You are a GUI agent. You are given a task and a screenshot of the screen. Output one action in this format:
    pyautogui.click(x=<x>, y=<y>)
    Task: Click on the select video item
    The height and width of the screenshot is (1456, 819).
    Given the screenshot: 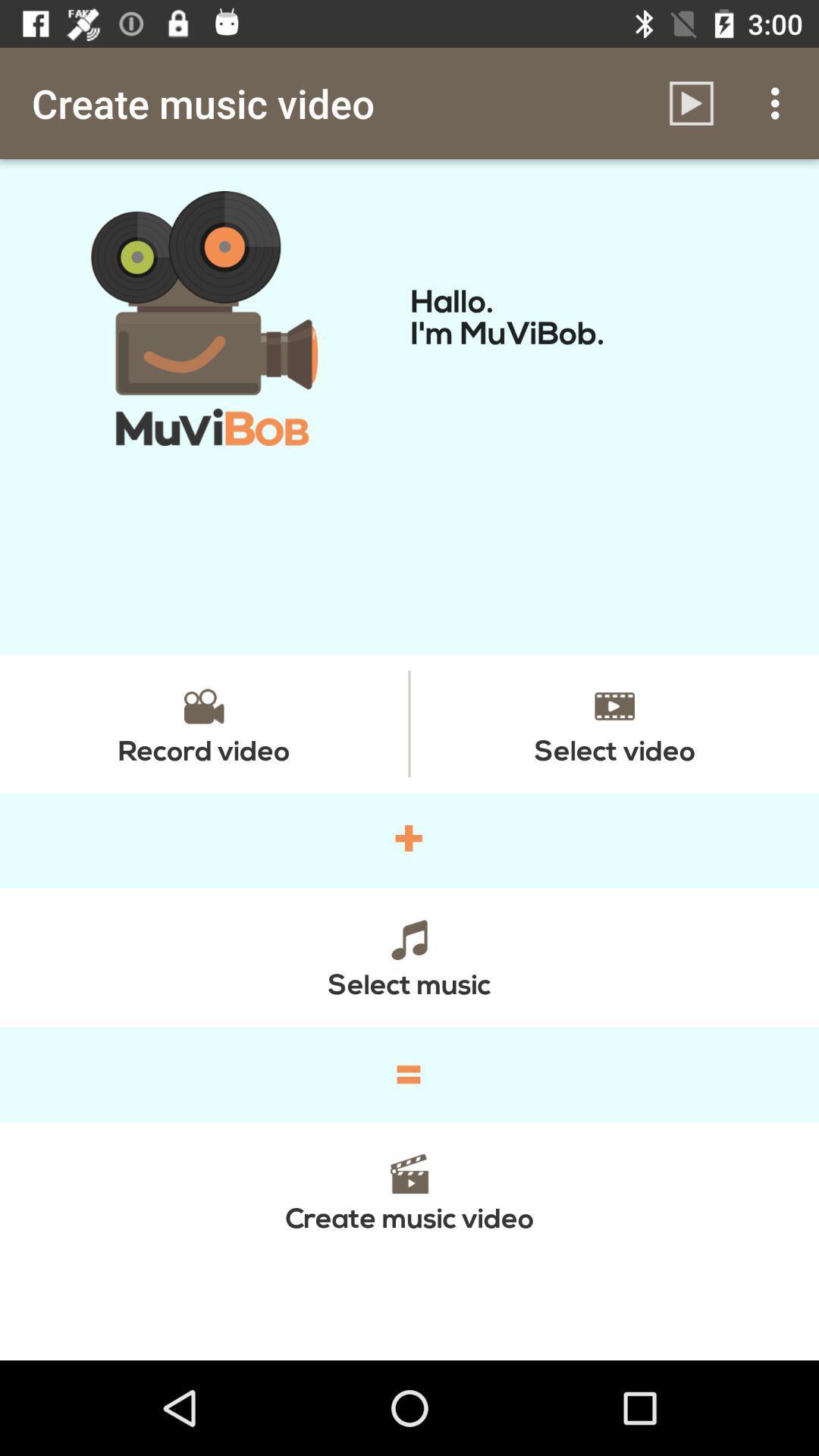 What is the action you would take?
    pyautogui.click(x=614, y=723)
    